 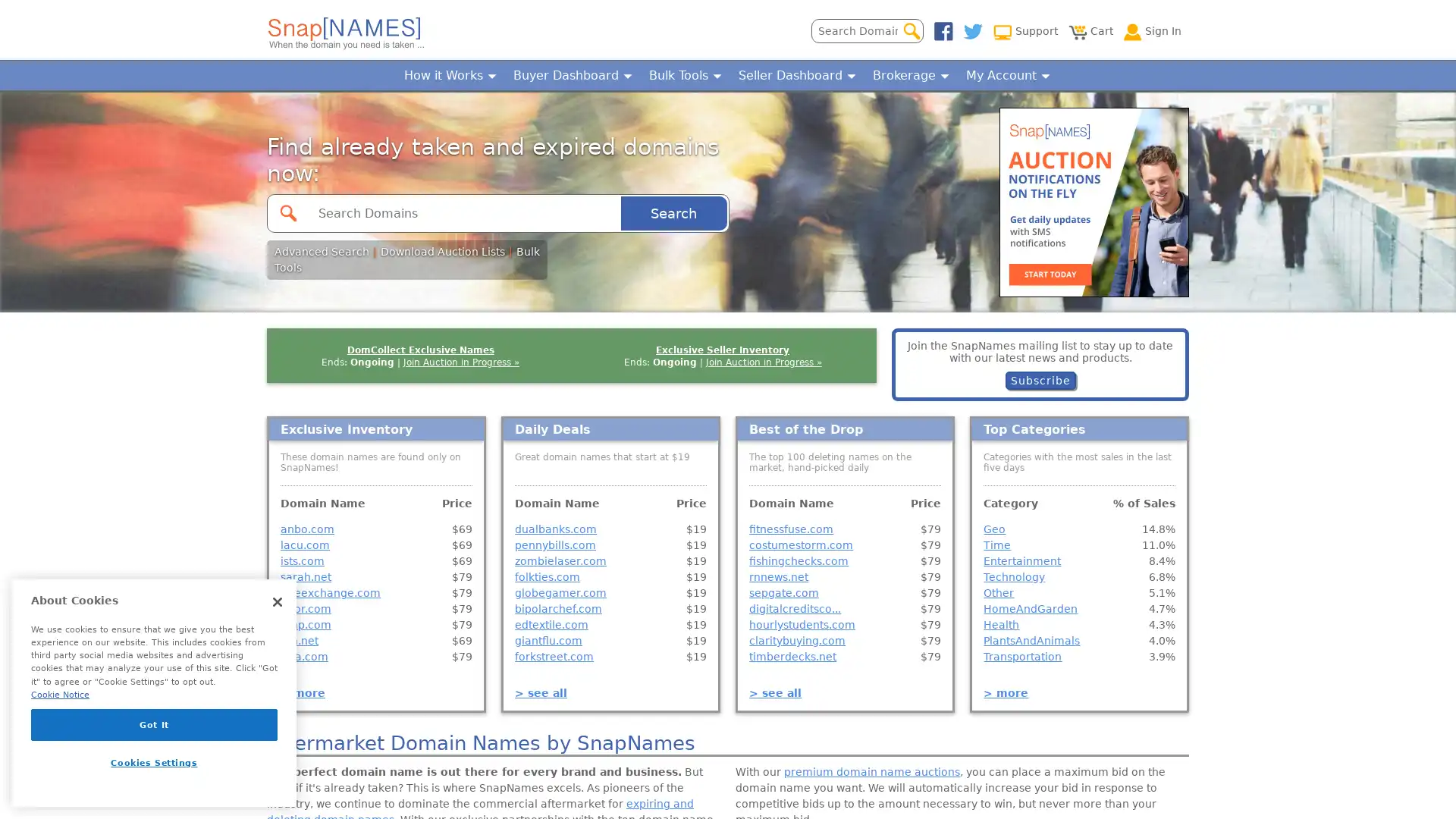 What do you see at coordinates (673, 212) in the screenshot?
I see `Search` at bounding box center [673, 212].